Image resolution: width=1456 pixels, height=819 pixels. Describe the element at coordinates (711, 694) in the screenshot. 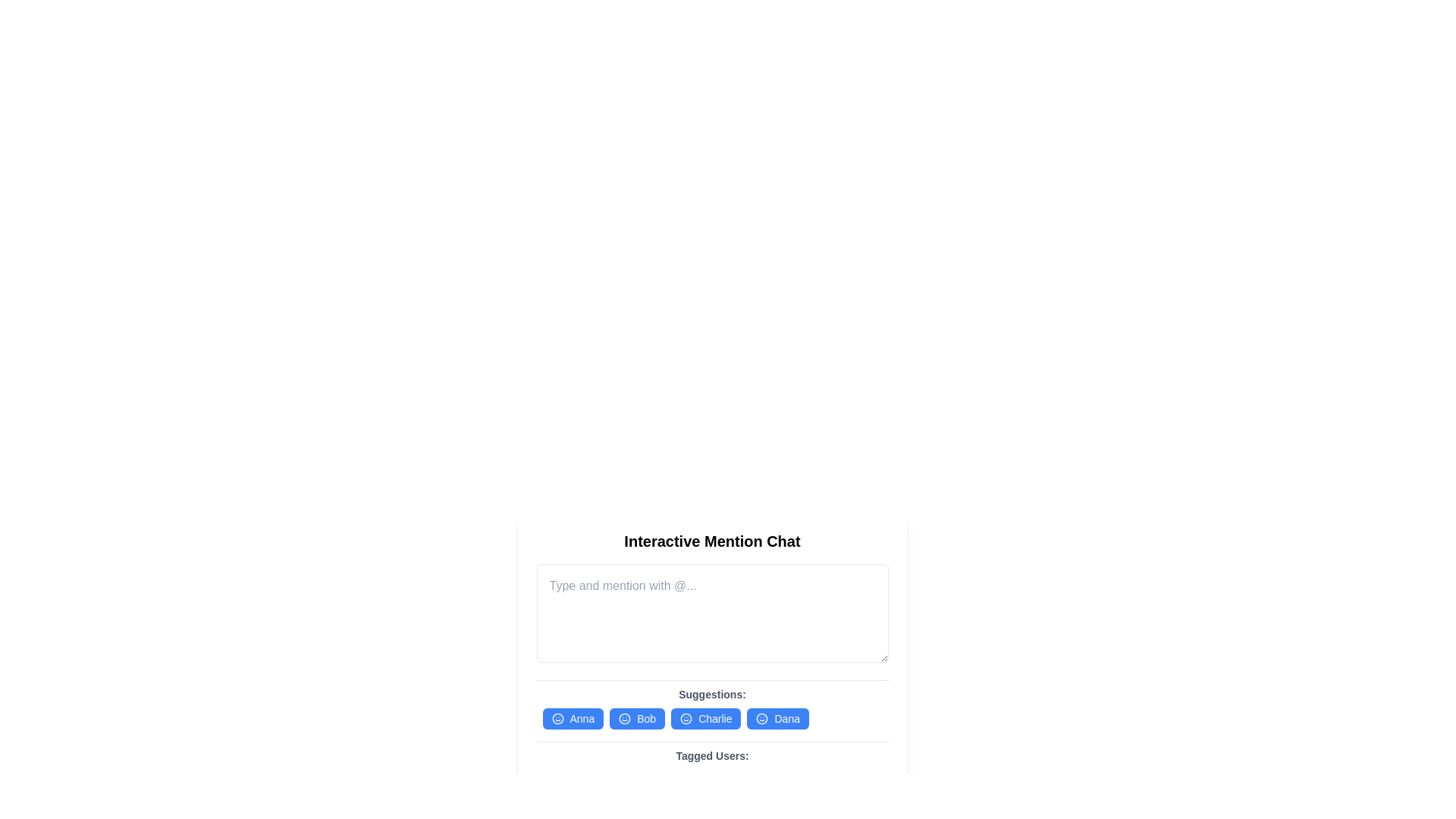

I see `the text label displaying 'Suggestions:' which is styled in bold gray font and positioned above the suggestion buttons` at that location.